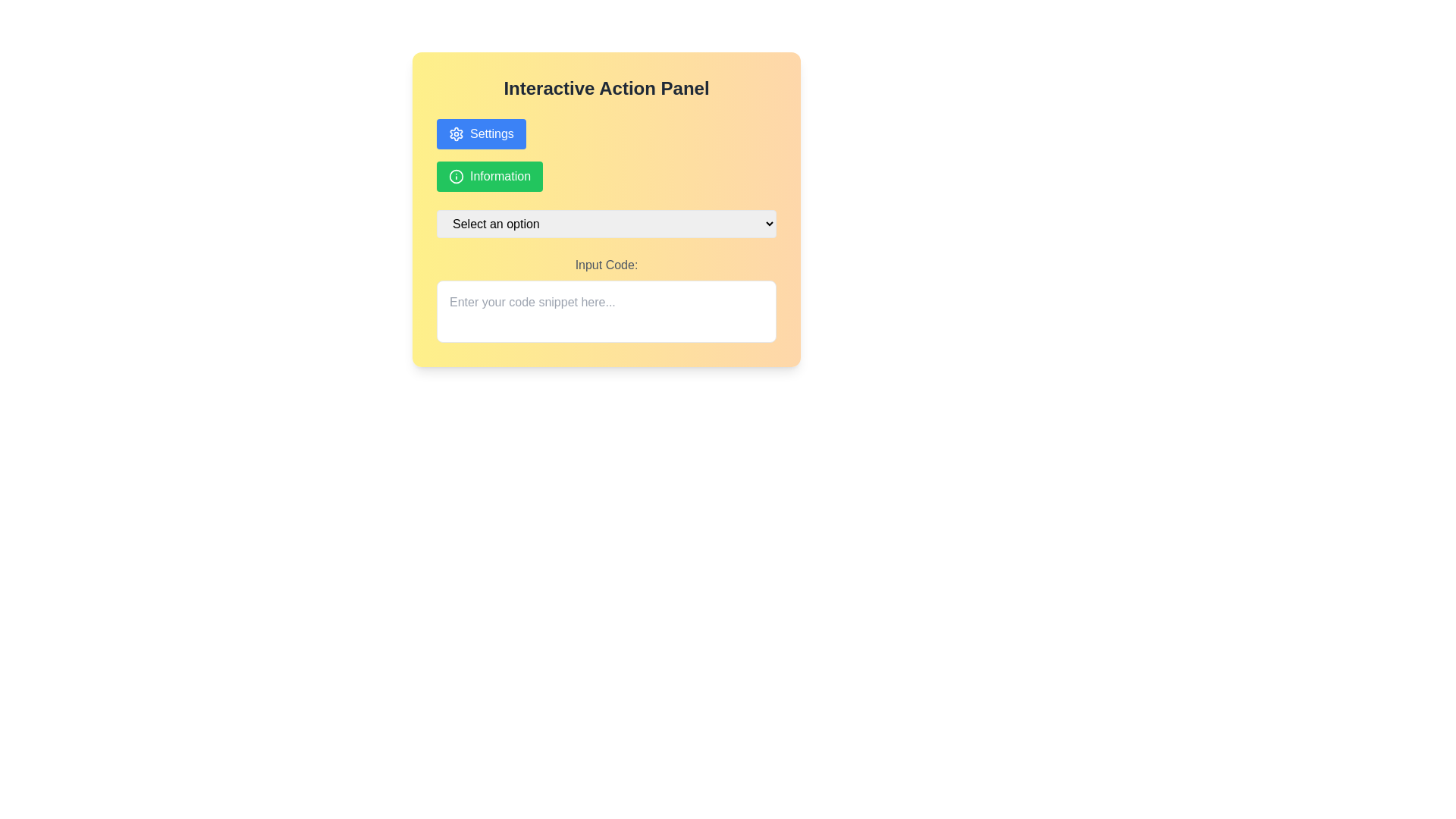  What do you see at coordinates (607, 265) in the screenshot?
I see `the Text label that serves as a description for the input field below, located centrally in the interface above the interactive text input field` at bounding box center [607, 265].